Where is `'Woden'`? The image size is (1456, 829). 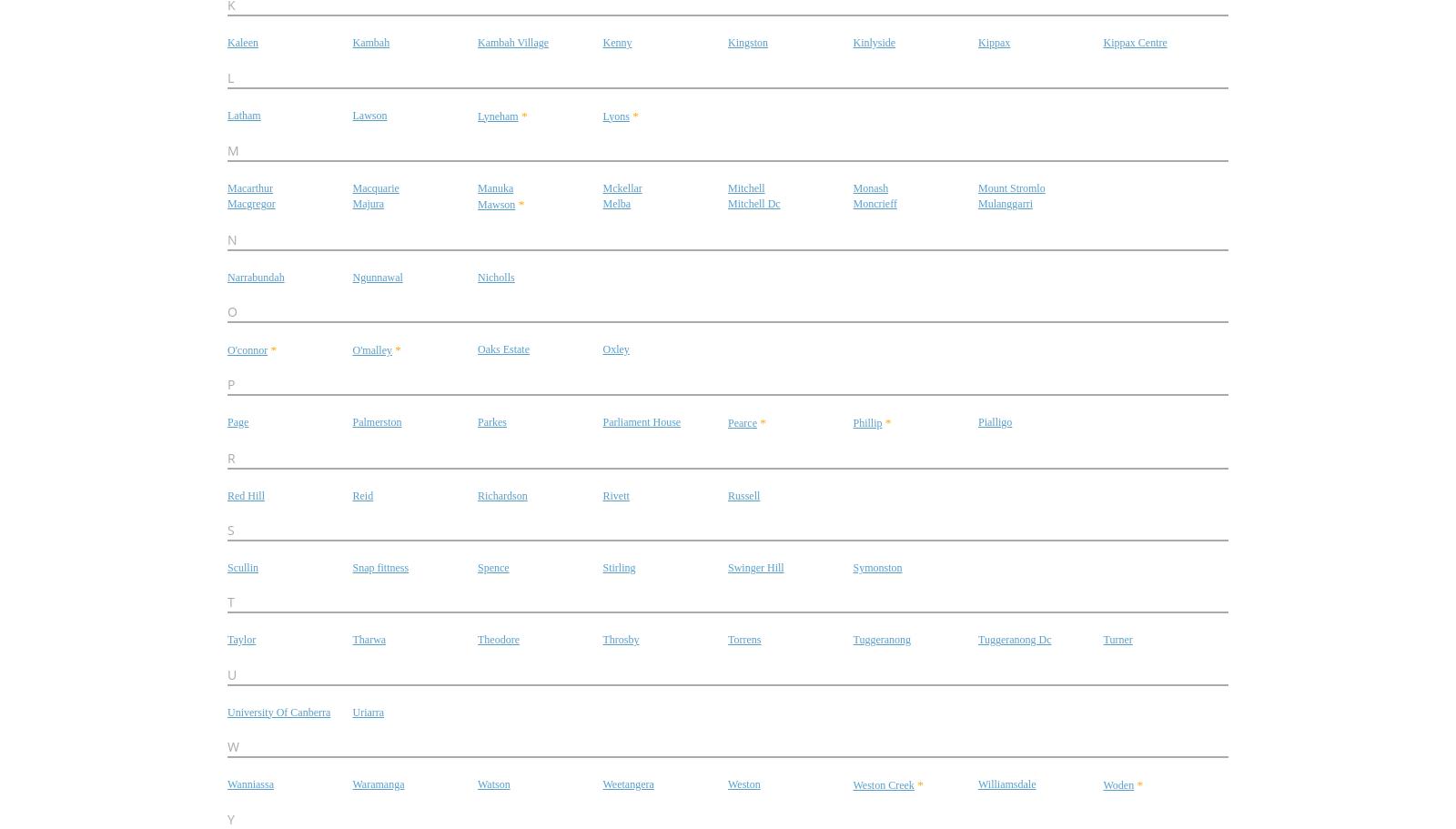
'Woden' is located at coordinates (1102, 784).